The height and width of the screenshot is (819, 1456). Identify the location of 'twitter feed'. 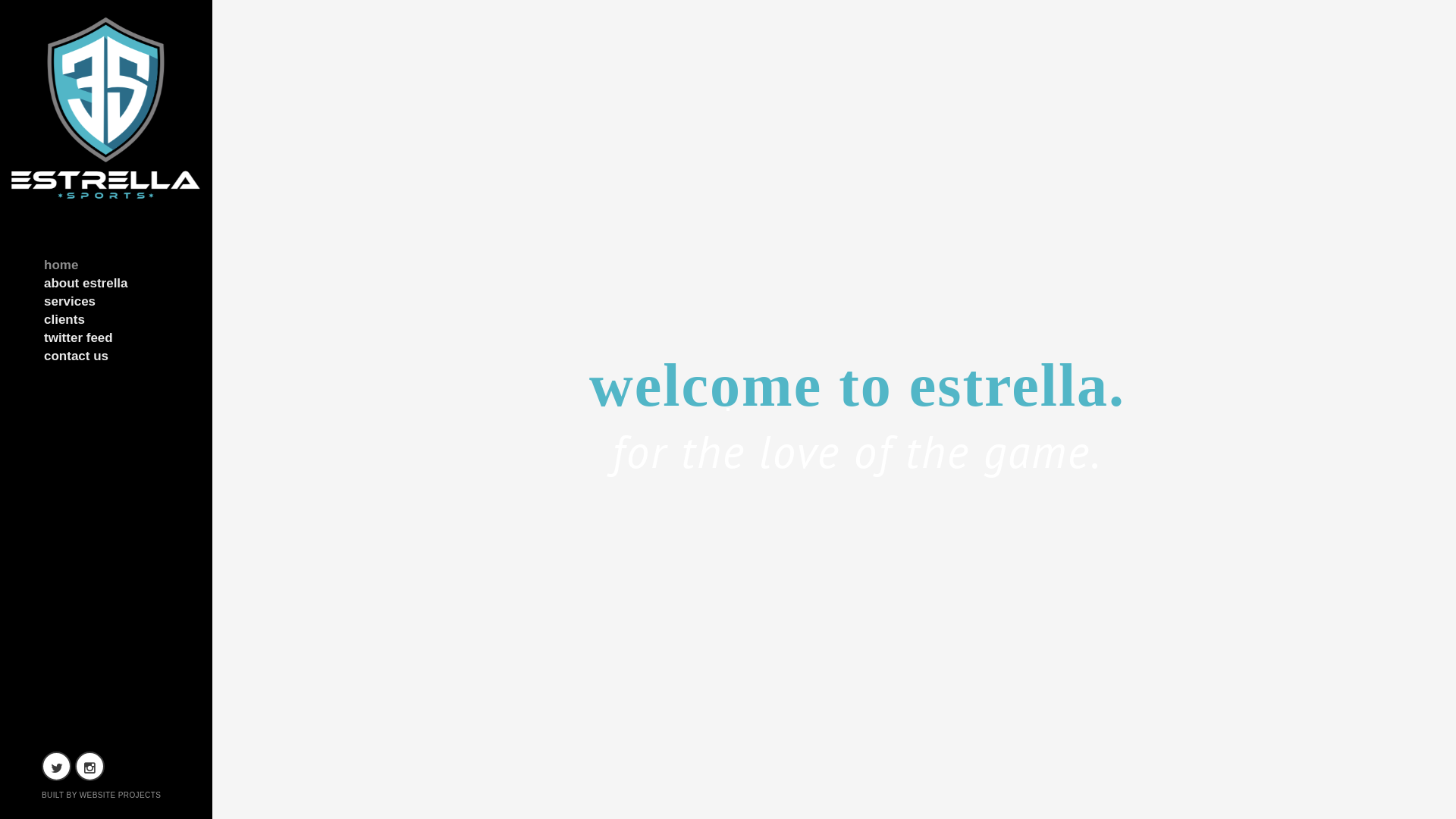
(106, 341).